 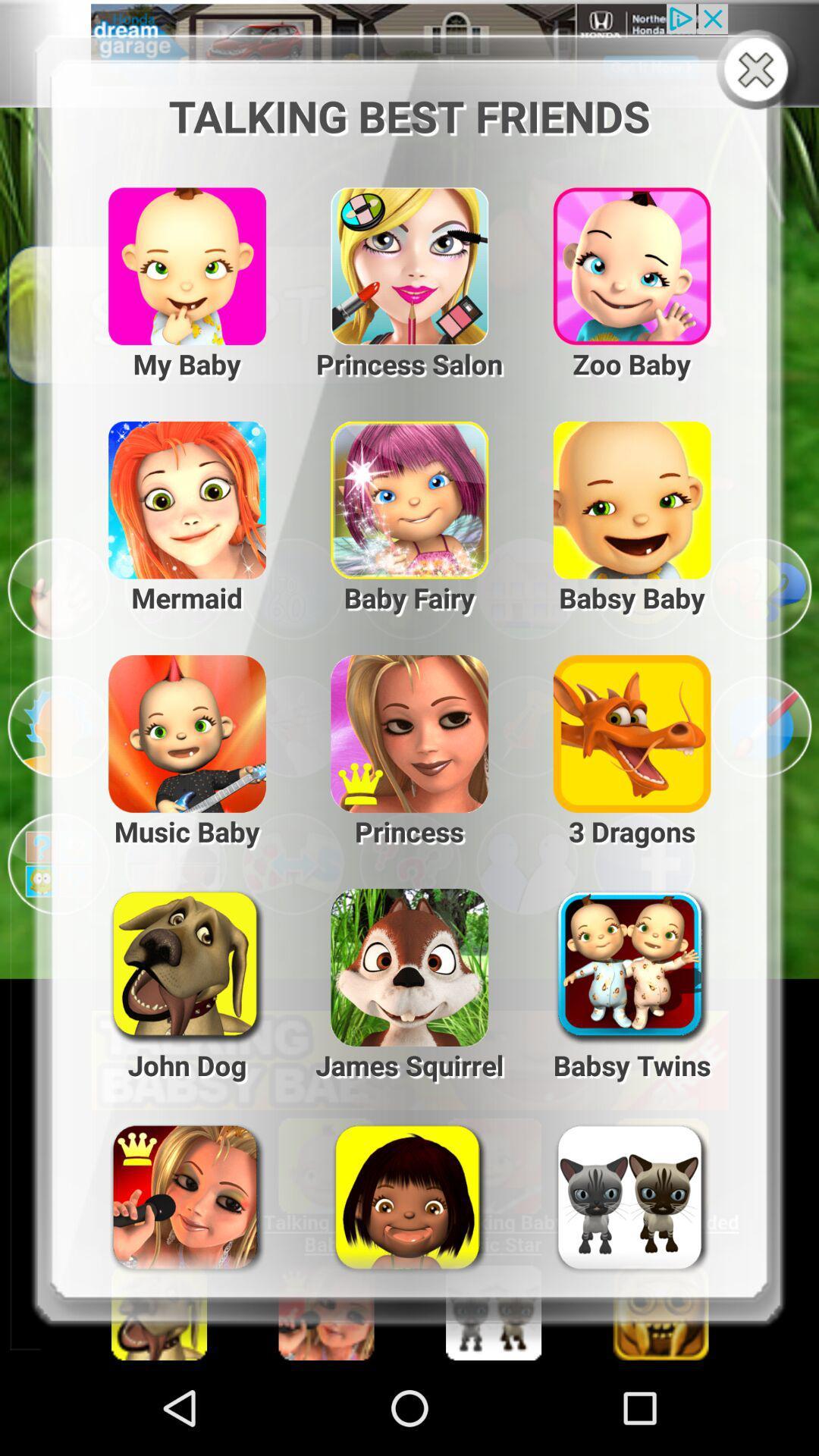 I want to click on the close icon, so click(x=759, y=76).